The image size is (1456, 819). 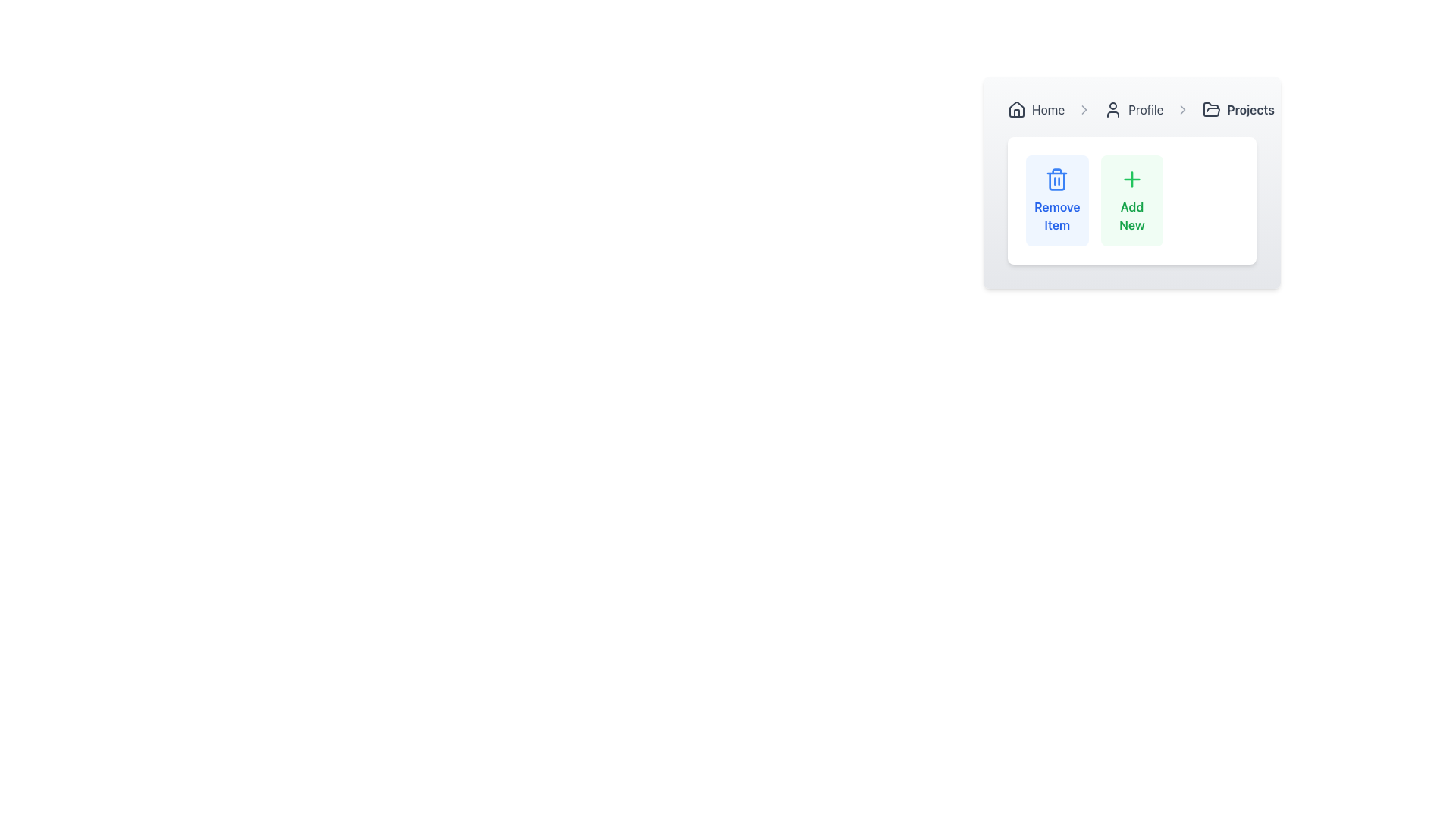 I want to click on the 'Projects' breadcrumb navigation link located at the top-right corner of the breadcrumb bar, so click(x=1238, y=109).